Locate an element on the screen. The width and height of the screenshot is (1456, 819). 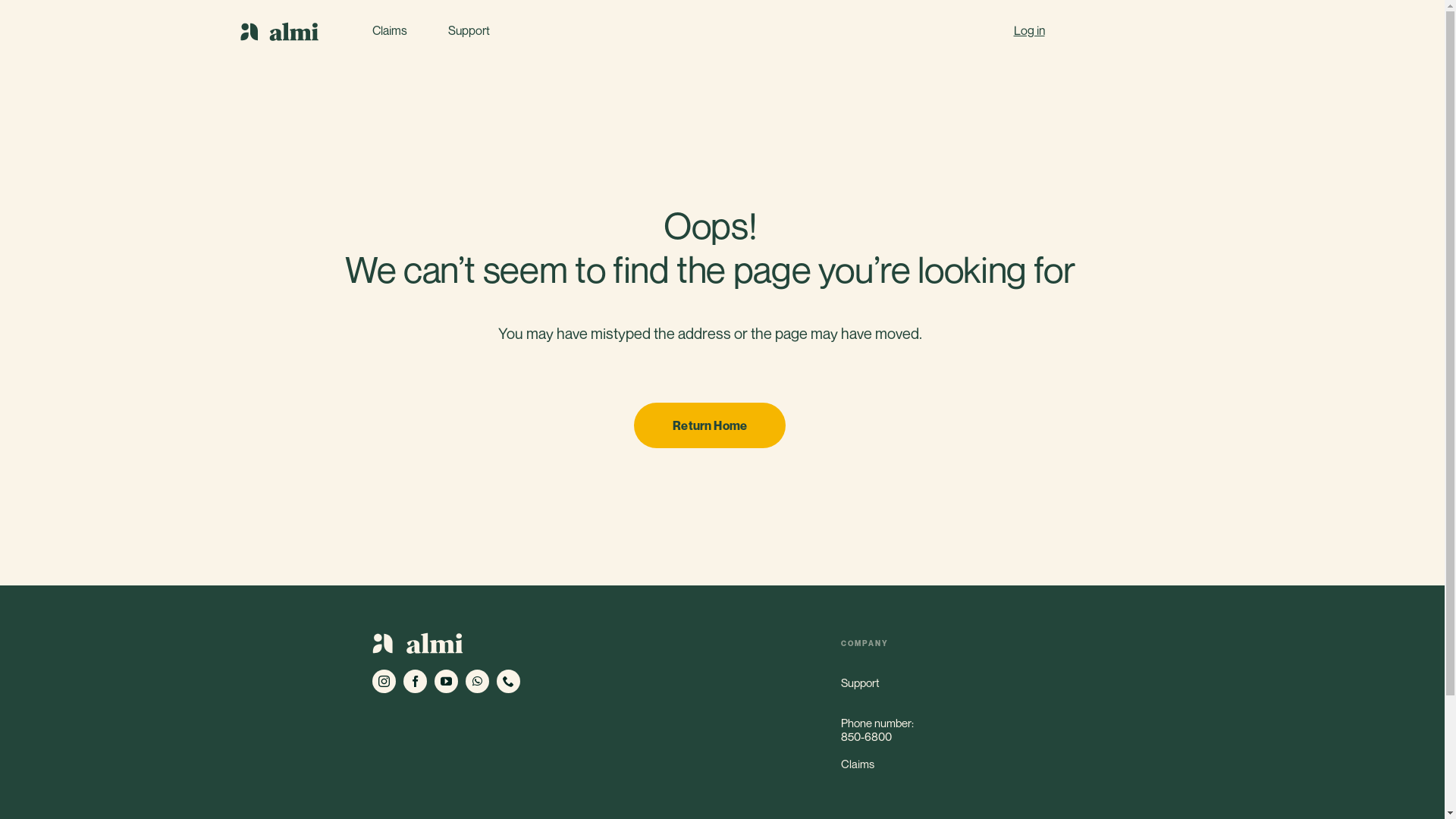
'Log in' is located at coordinates (1012, 30).